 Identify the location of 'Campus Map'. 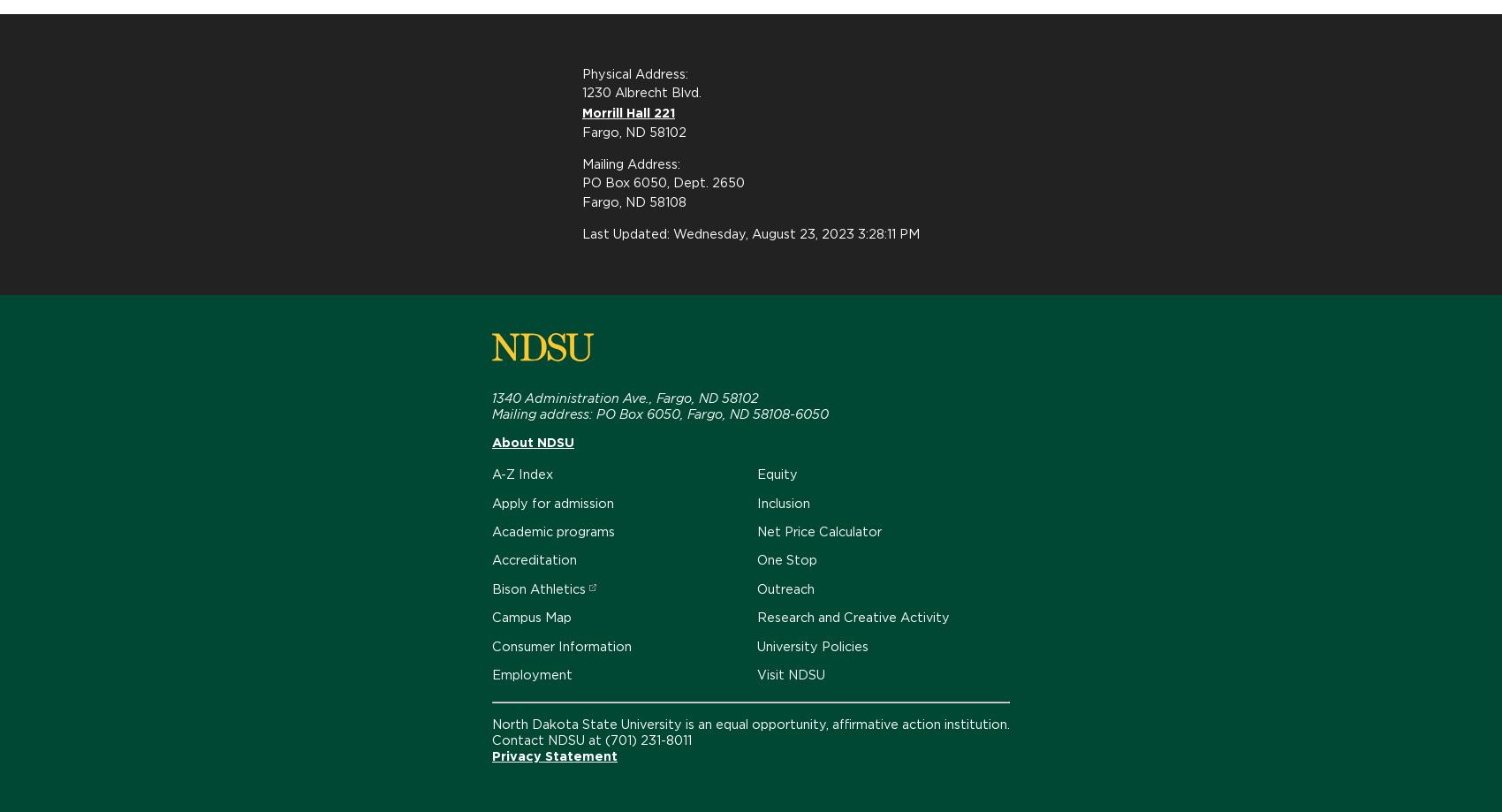
(530, 616).